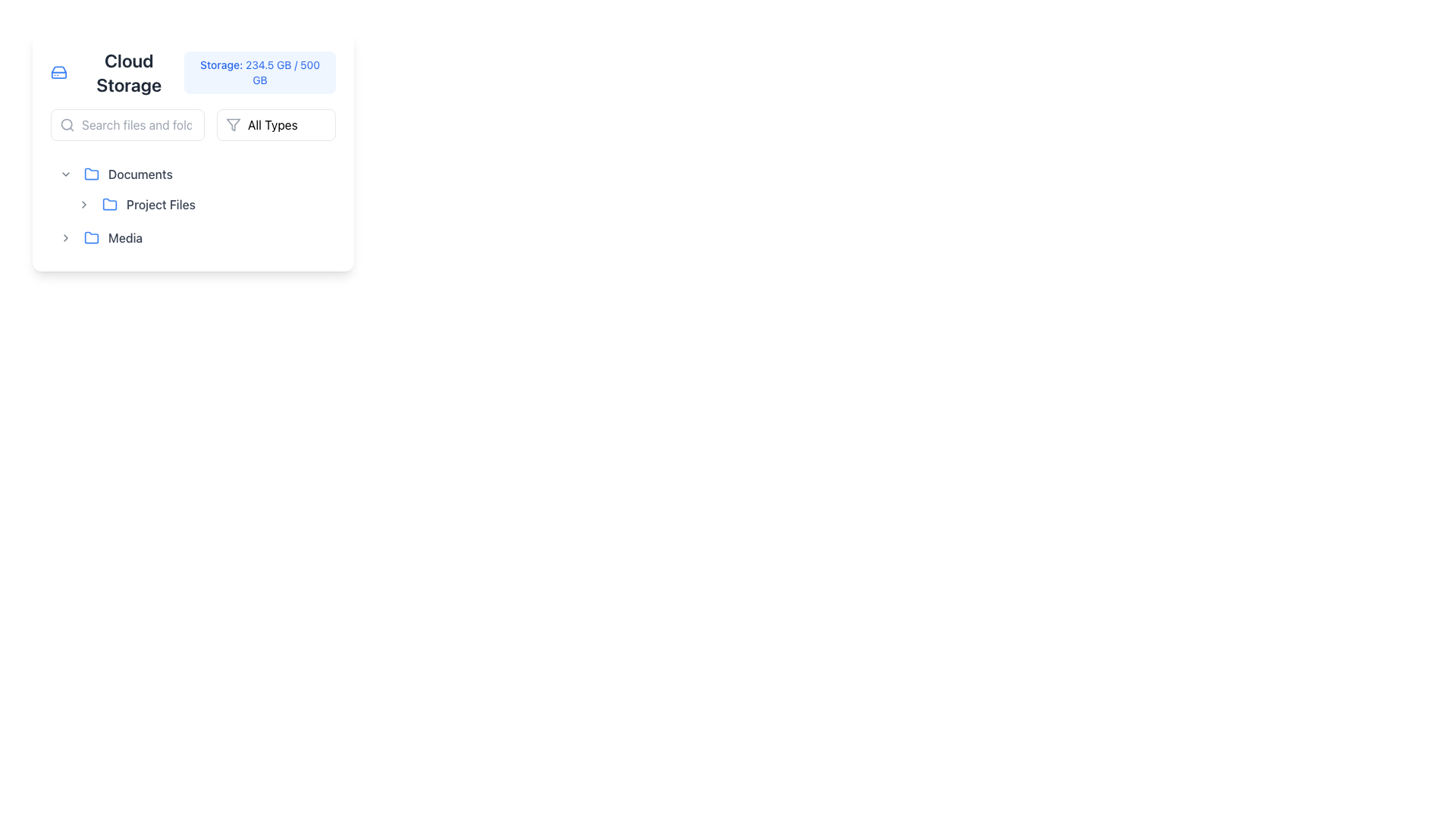 This screenshot has width=1456, height=819. Describe the element at coordinates (83, 205) in the screenshot. I see `the right-pointing chevron button, styled with rounded edges and muted gray color, located in the left column menu of the cloud storage interface` at that location.